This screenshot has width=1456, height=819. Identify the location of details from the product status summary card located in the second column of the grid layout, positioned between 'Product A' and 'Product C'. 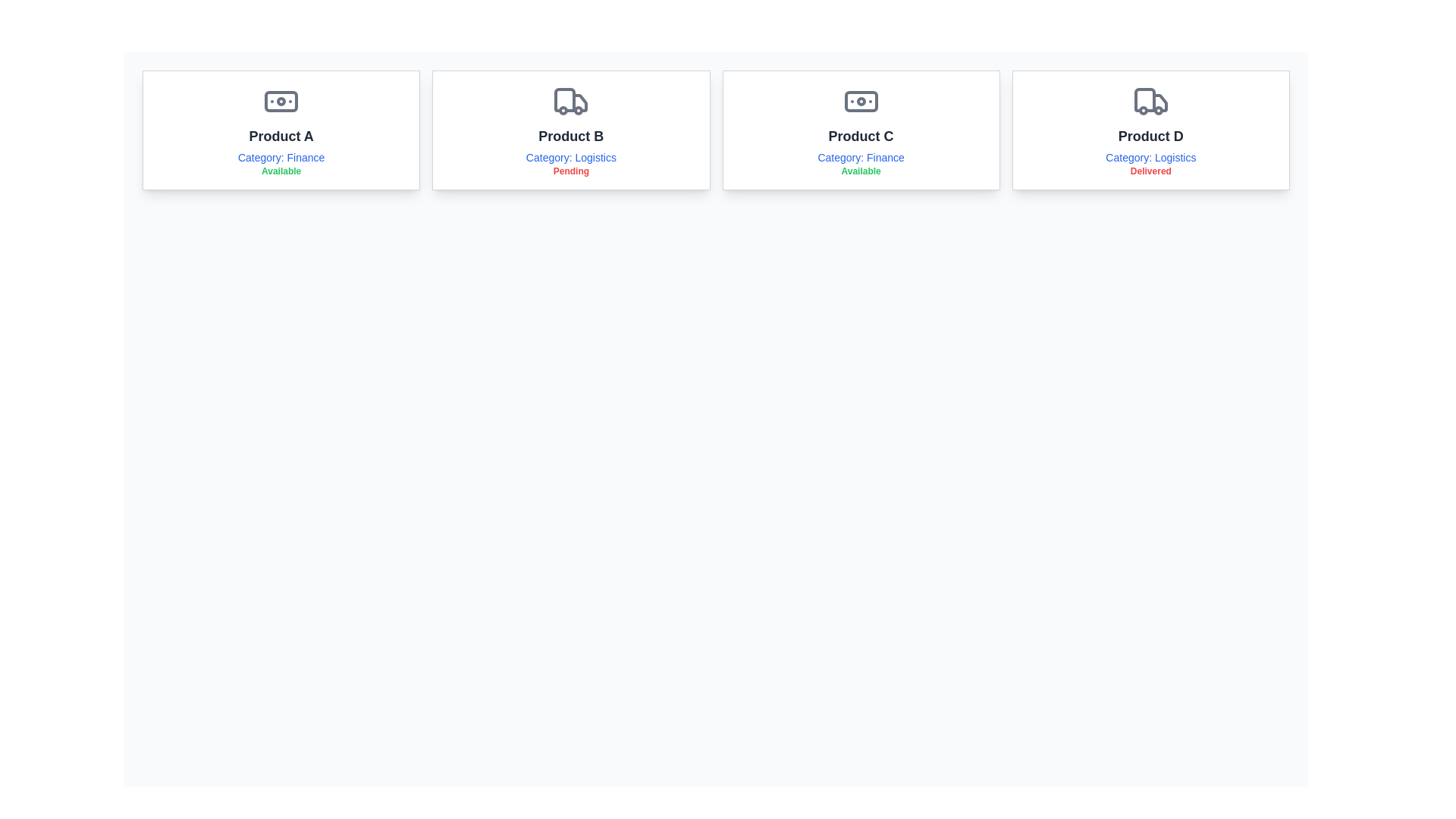
(570, 130).